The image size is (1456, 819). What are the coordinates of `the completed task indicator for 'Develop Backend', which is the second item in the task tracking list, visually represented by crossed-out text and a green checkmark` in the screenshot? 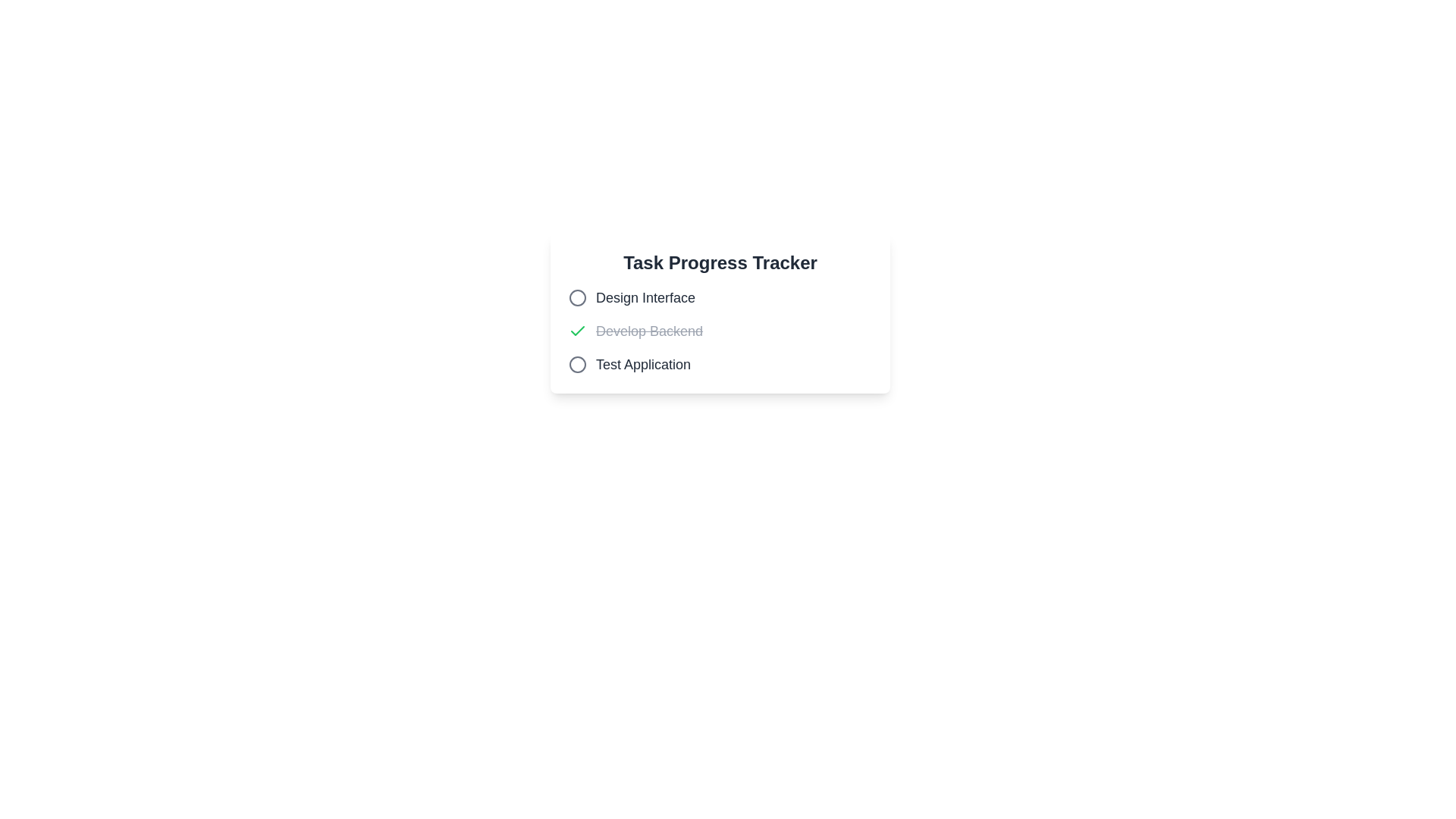 It's located at (635, 330).